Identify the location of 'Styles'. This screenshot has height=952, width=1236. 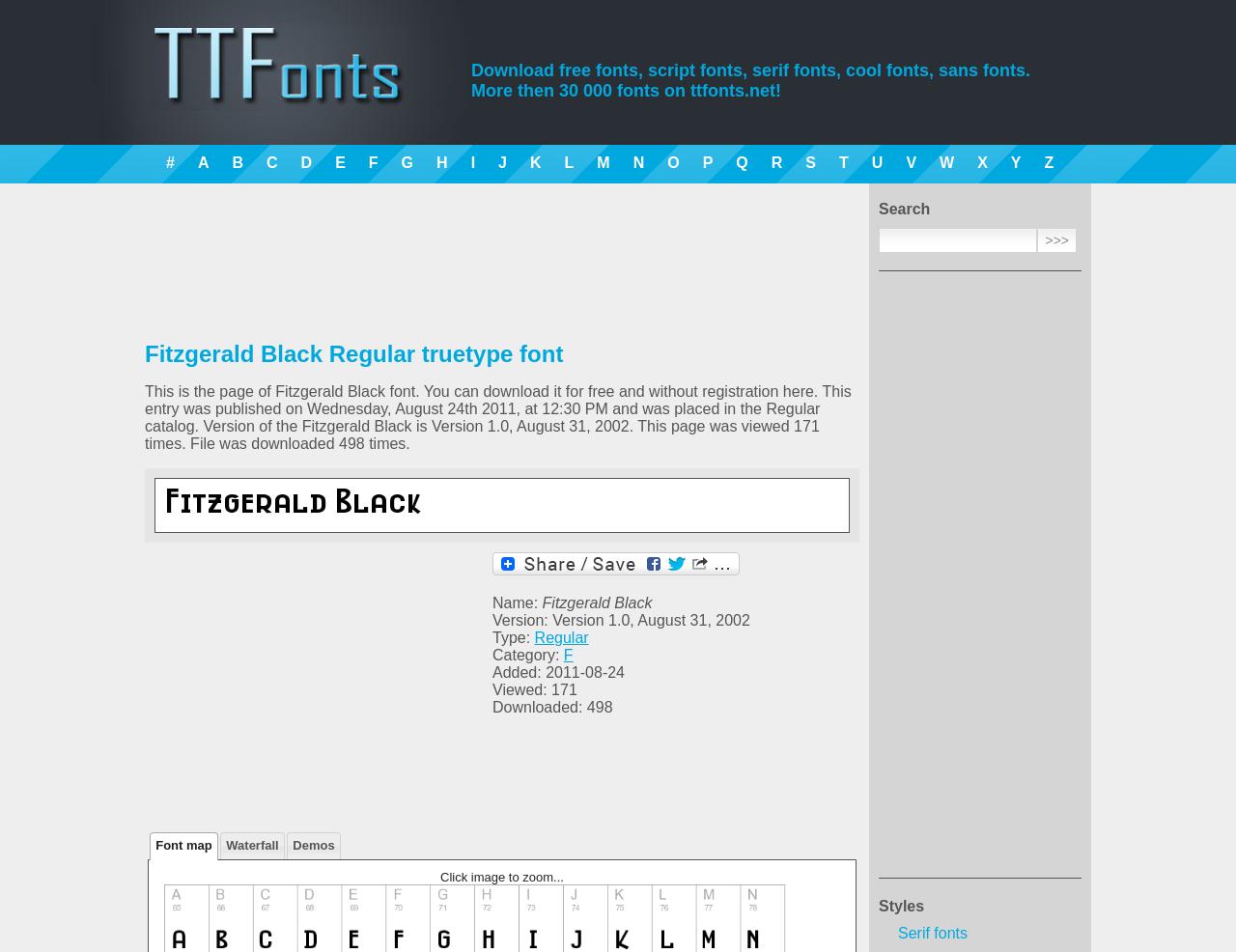
(900, 906).